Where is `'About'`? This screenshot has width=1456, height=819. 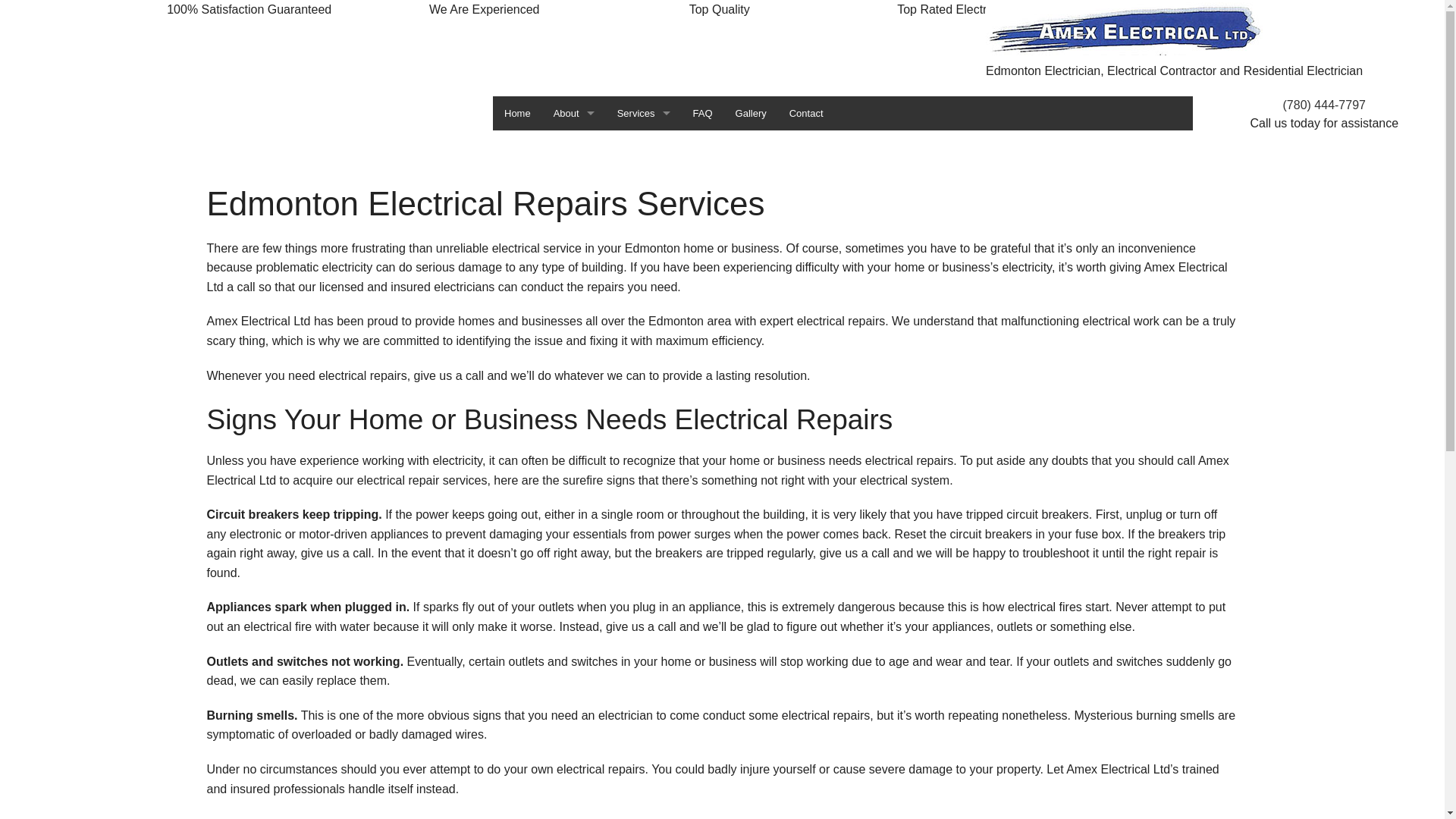 'About' is located at coordinates (573, 112).